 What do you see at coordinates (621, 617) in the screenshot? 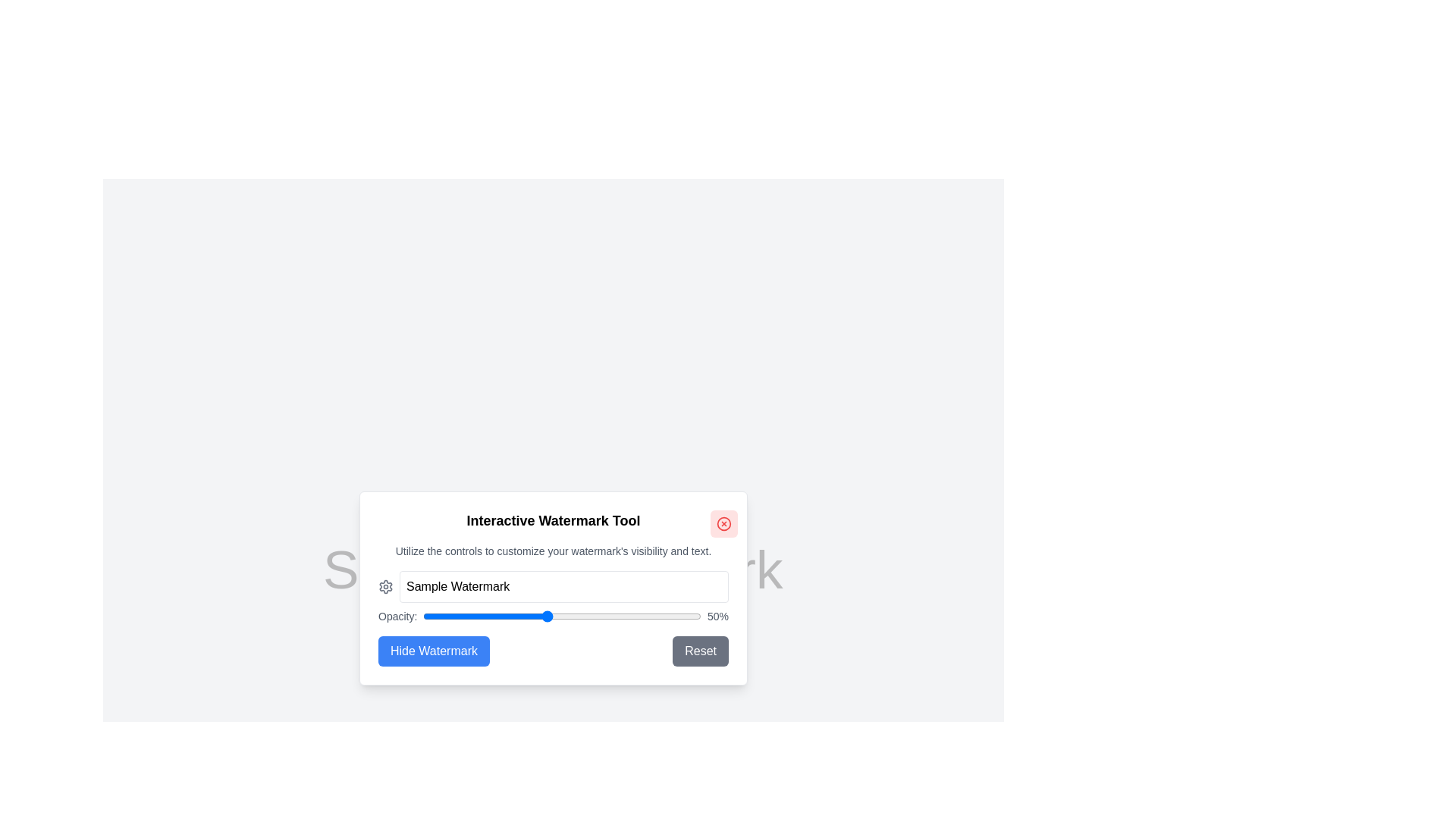
I see `the opacity` at bounding box center [621, 617].